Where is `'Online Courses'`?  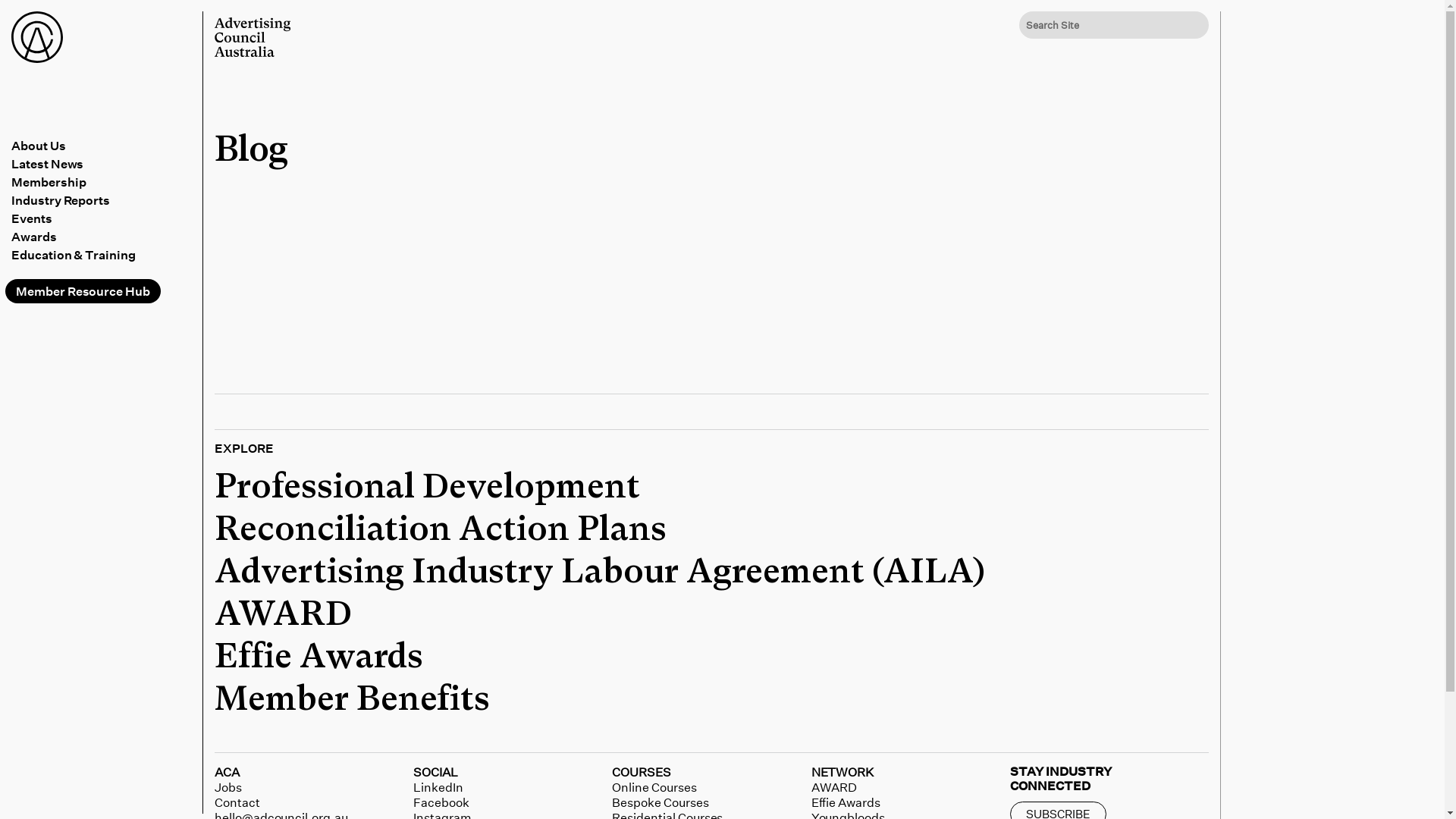 'Online Courses' is located at coordinates (654, 786).